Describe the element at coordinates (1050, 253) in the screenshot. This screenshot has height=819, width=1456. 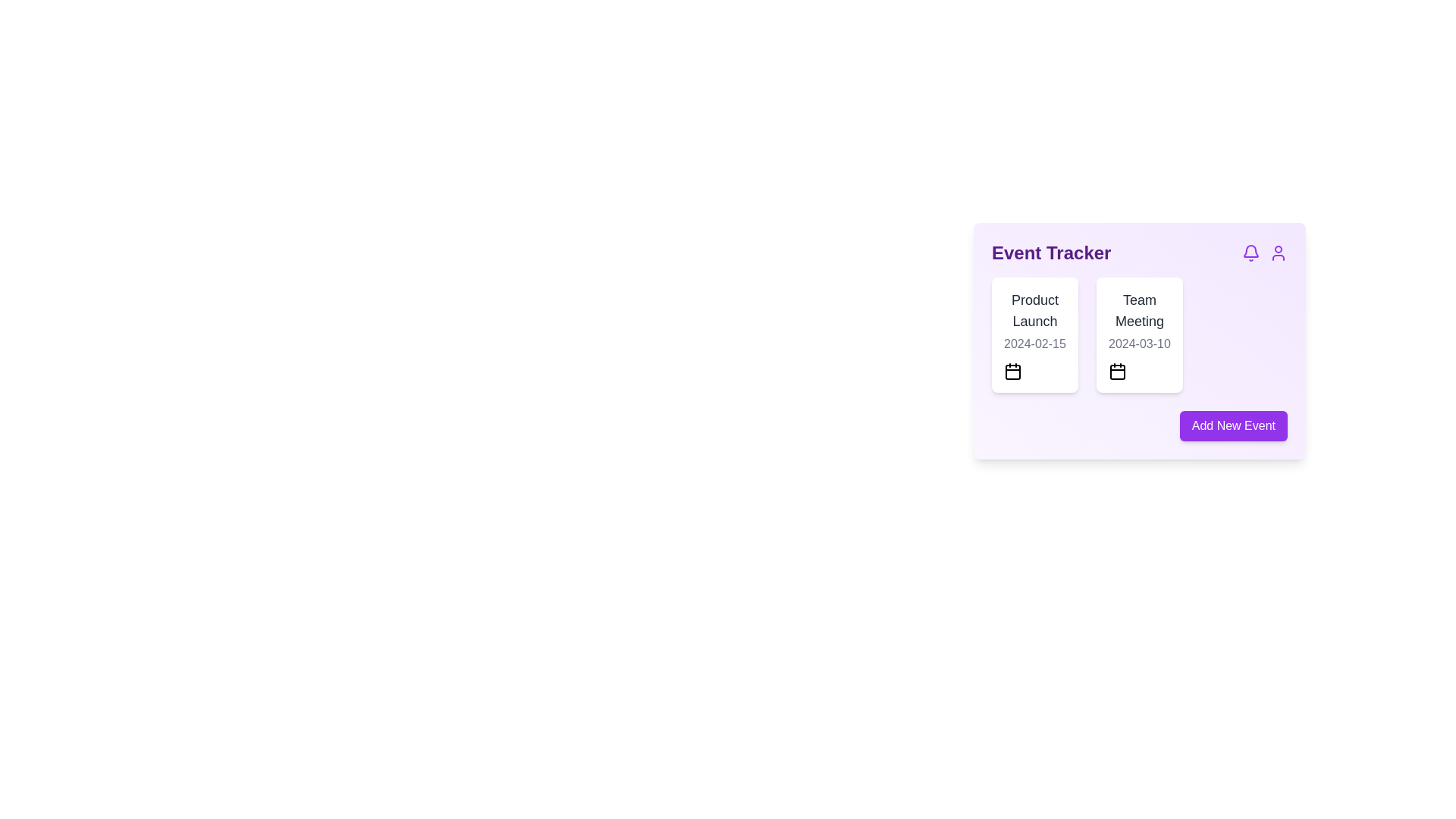
I see `the bold, large-font text displaying 'Event Tracker' located at the top left of a light purple card-like section` at that location.